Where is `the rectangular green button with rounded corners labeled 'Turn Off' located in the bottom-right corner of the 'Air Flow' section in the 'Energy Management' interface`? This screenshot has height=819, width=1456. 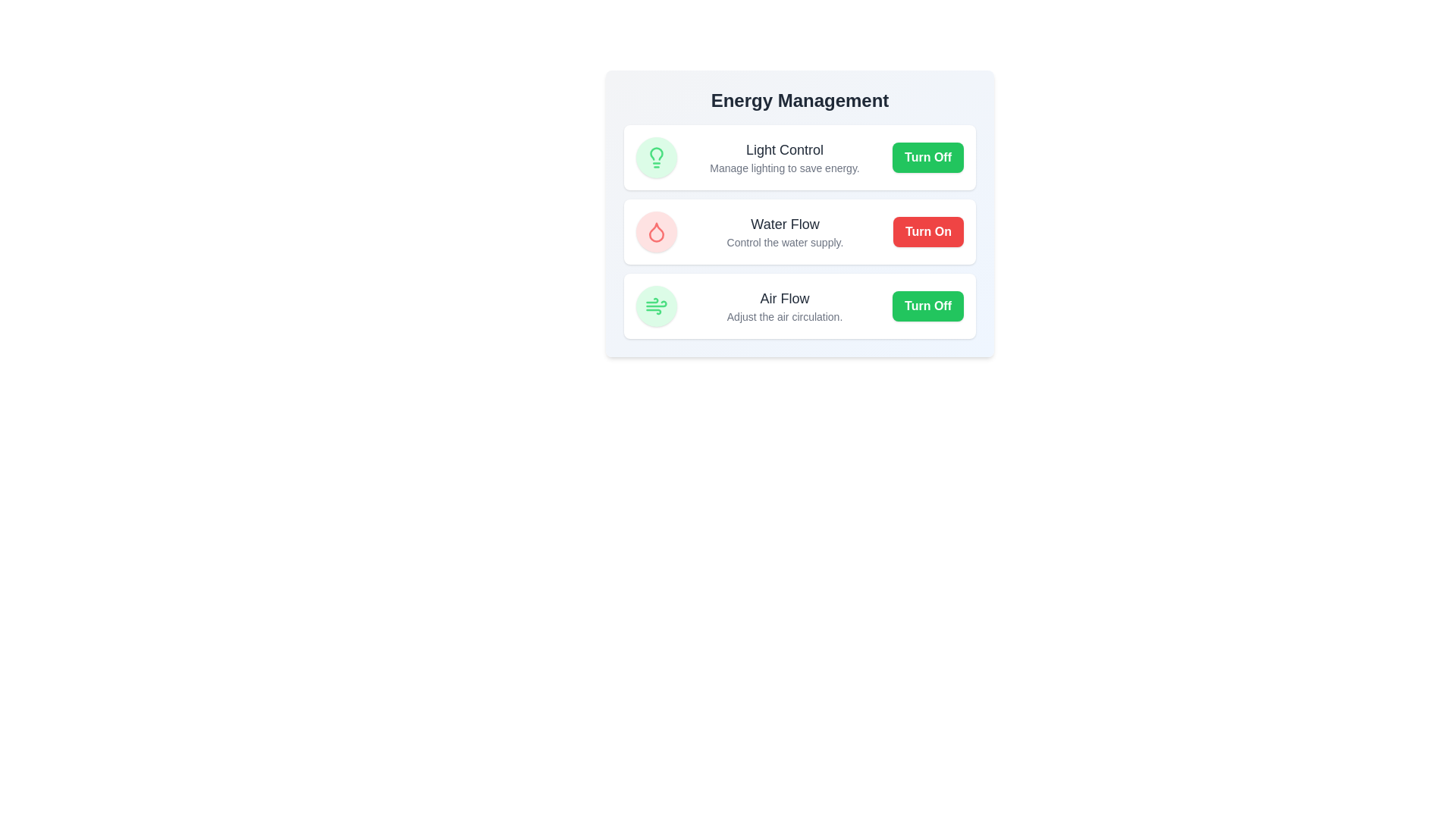 the rectangular green button with rounded corners labeled 'Turn Off' located in the bottom-right corner of the 'Air Flow' section in the 'Energy Management' interface is located at coordinates (927, 306).